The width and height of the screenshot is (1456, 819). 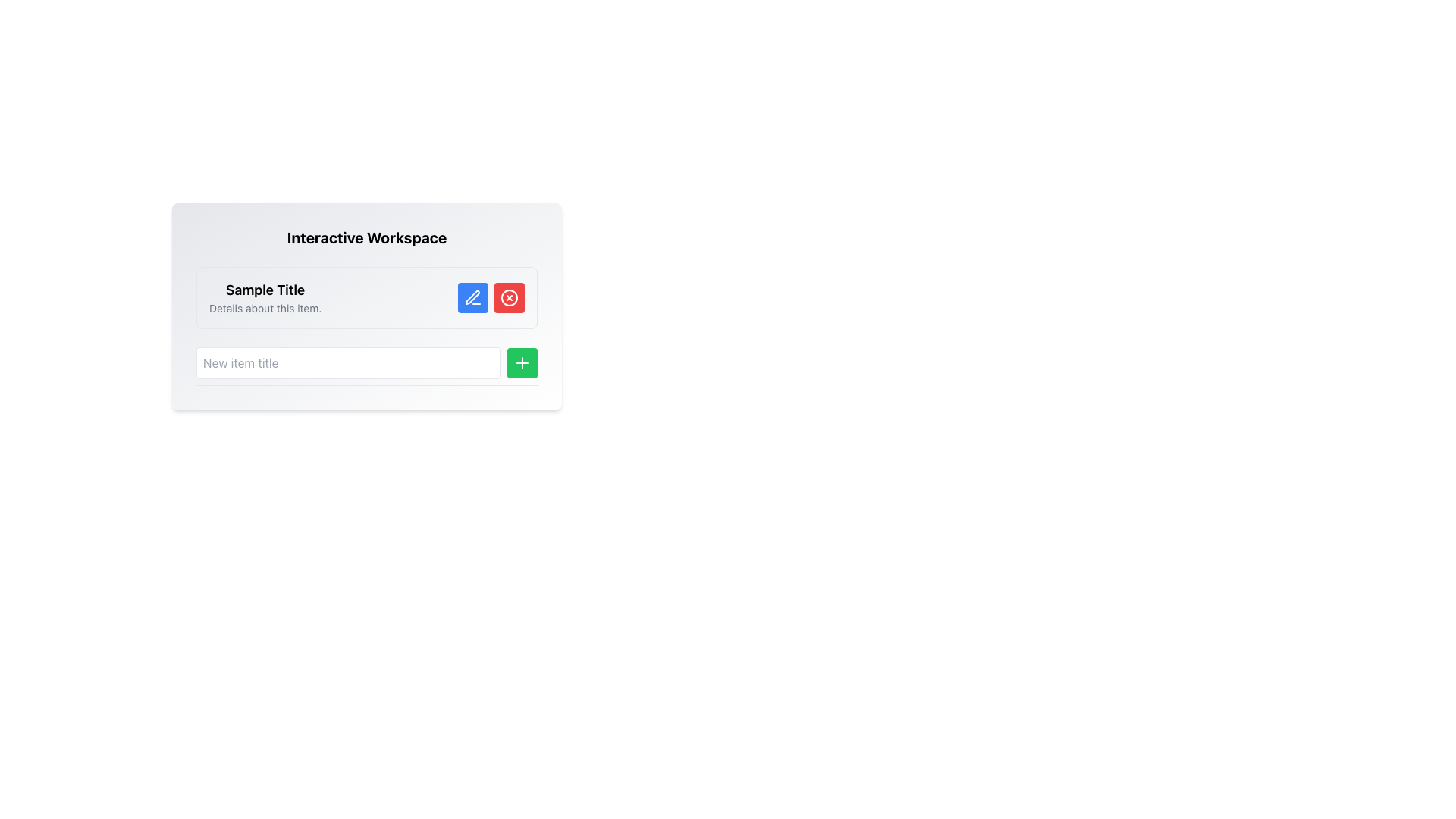 What do you see at coordinates (265, 308) in the screenshot?
I see `text label located below the 'Sample Title' header, which provides additional descriptive information for users` at bounding box center [265, 308].